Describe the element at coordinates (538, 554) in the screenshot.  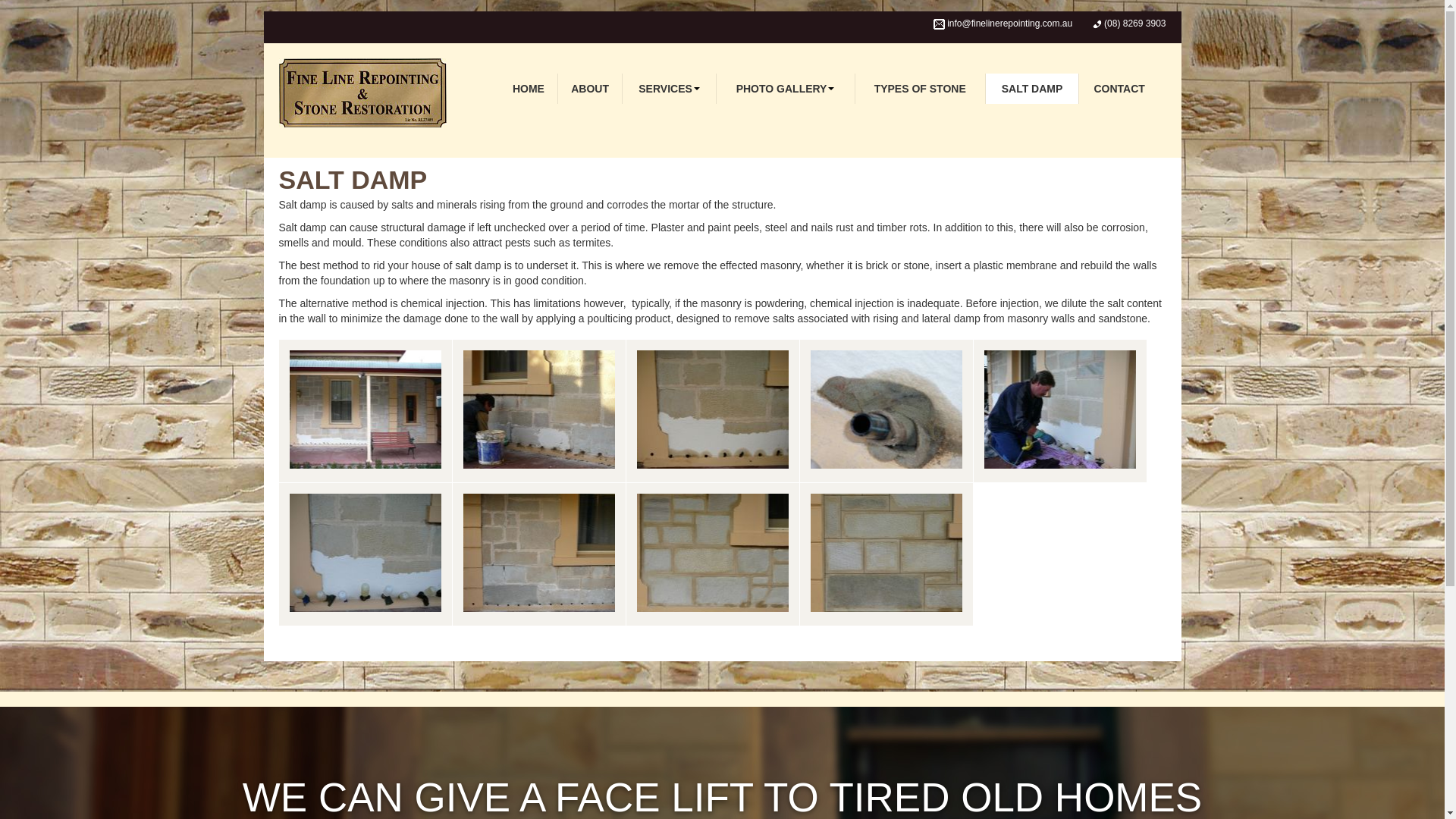
I see `'Click to enlarge image 6.jpg'` at that location.